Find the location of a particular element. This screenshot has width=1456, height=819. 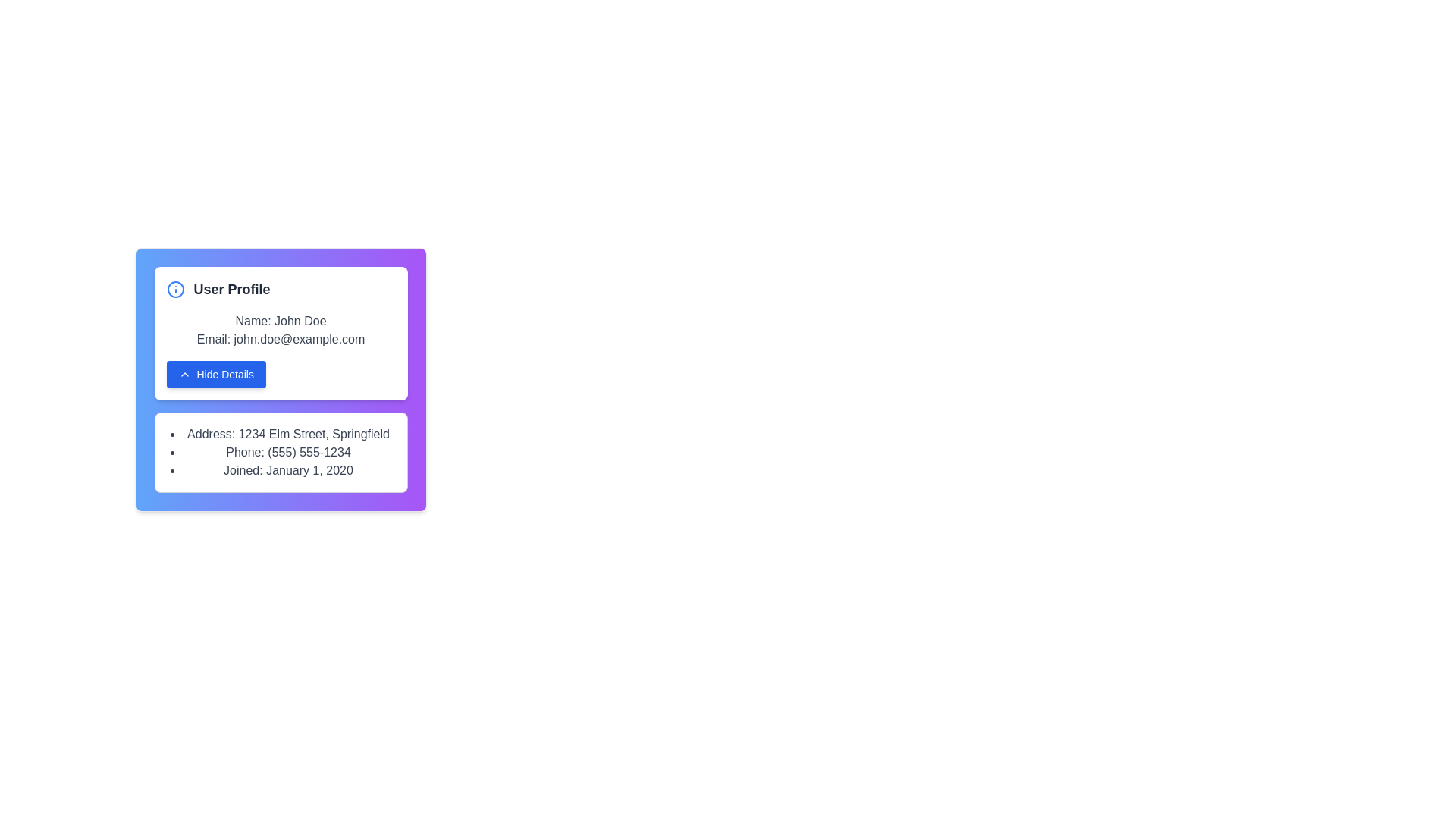

the information icon located to the left of the 'User Profile' text in the header section is located at coordinates (175, 289).